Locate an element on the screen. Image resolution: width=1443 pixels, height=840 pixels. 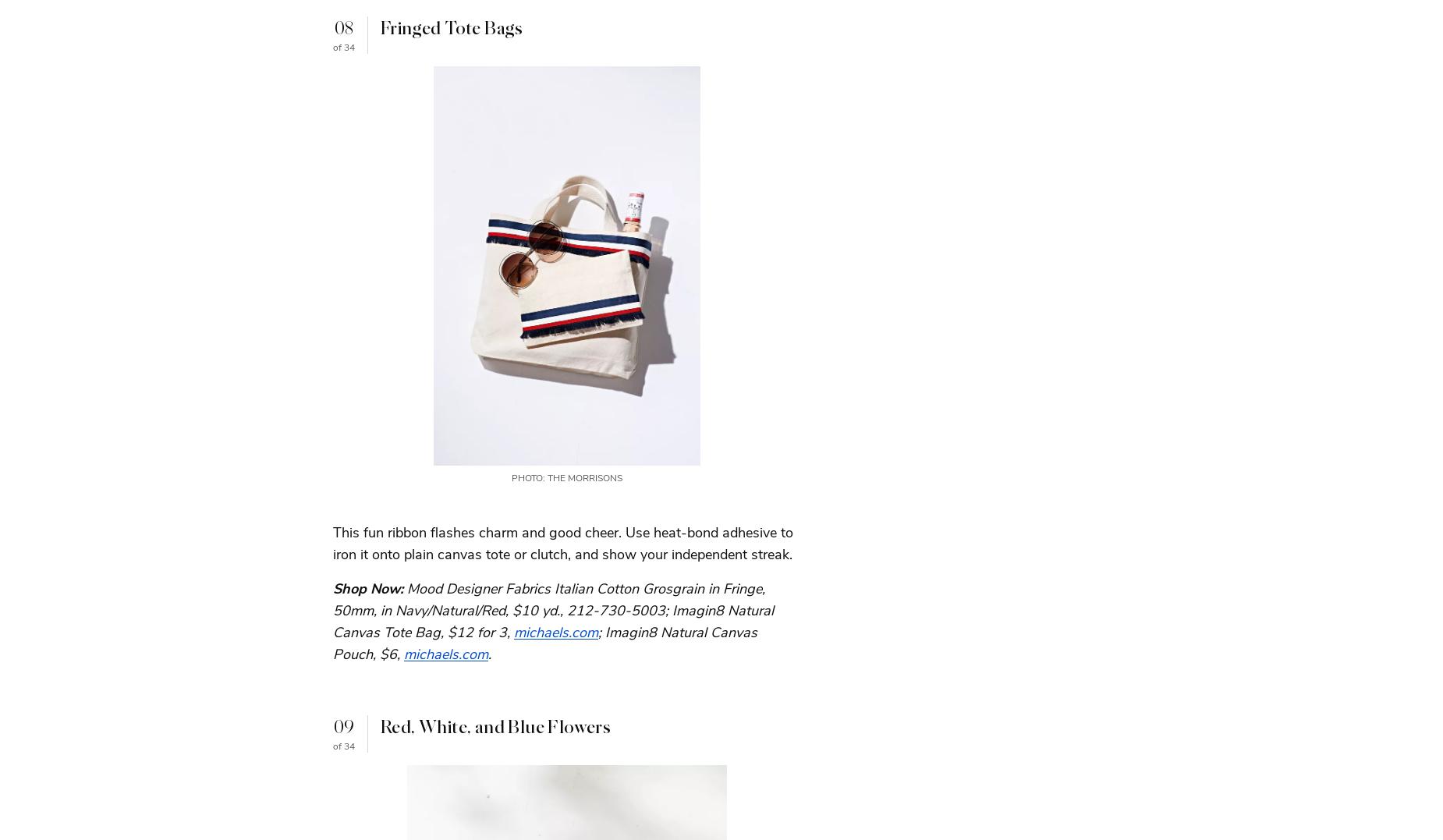
'Mood Designer Fabrics Italian Cotton Grosgrain in Fringe, 50mm, in Navy/Natural/Red, $10 yd., 212-730-5003; Imagin8 Natural Canvas Tote Bag, $12 for 3,' is located at coordinates (553, 609).